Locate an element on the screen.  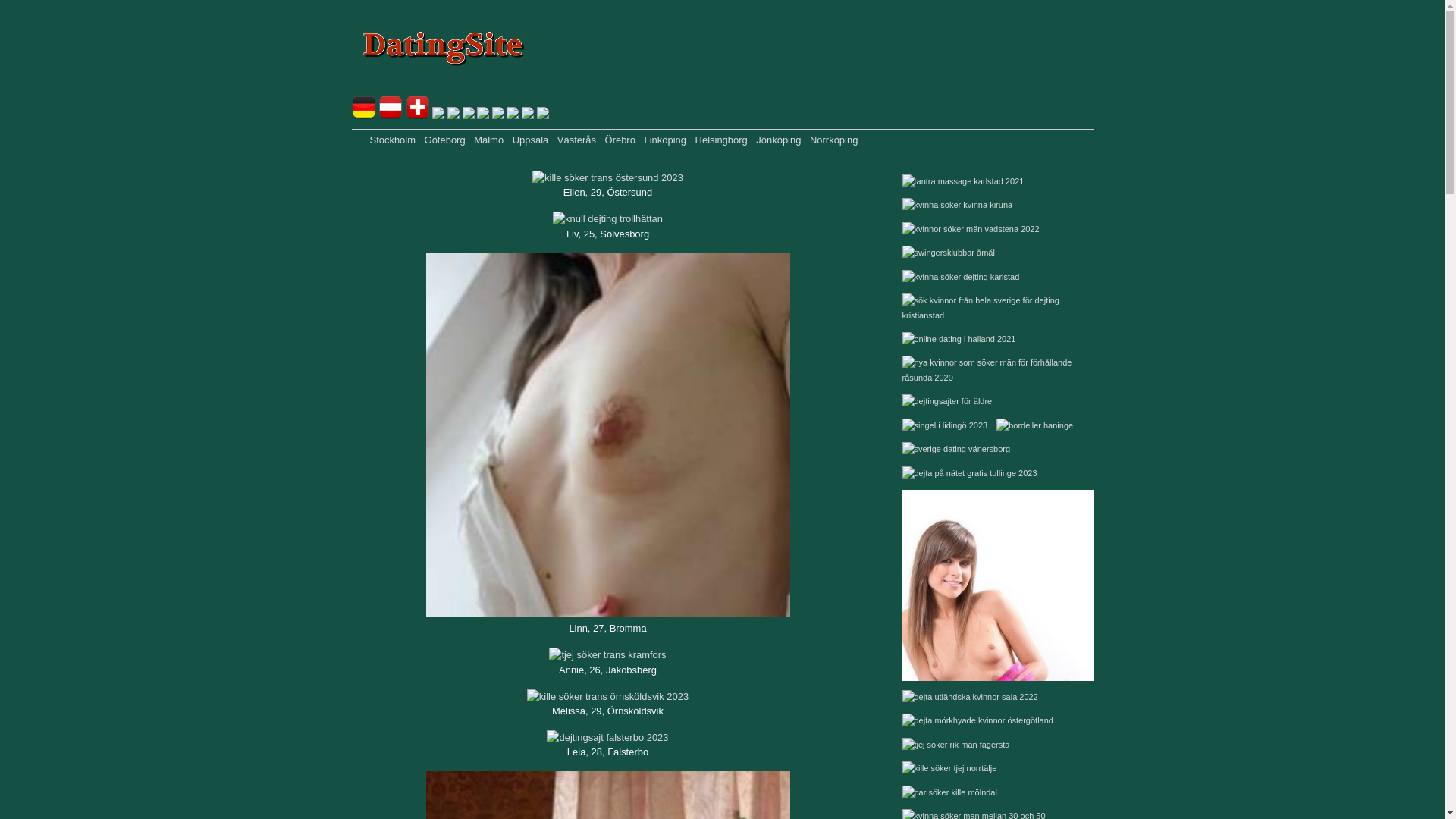
'ES' is located at coordinates (537, 115).